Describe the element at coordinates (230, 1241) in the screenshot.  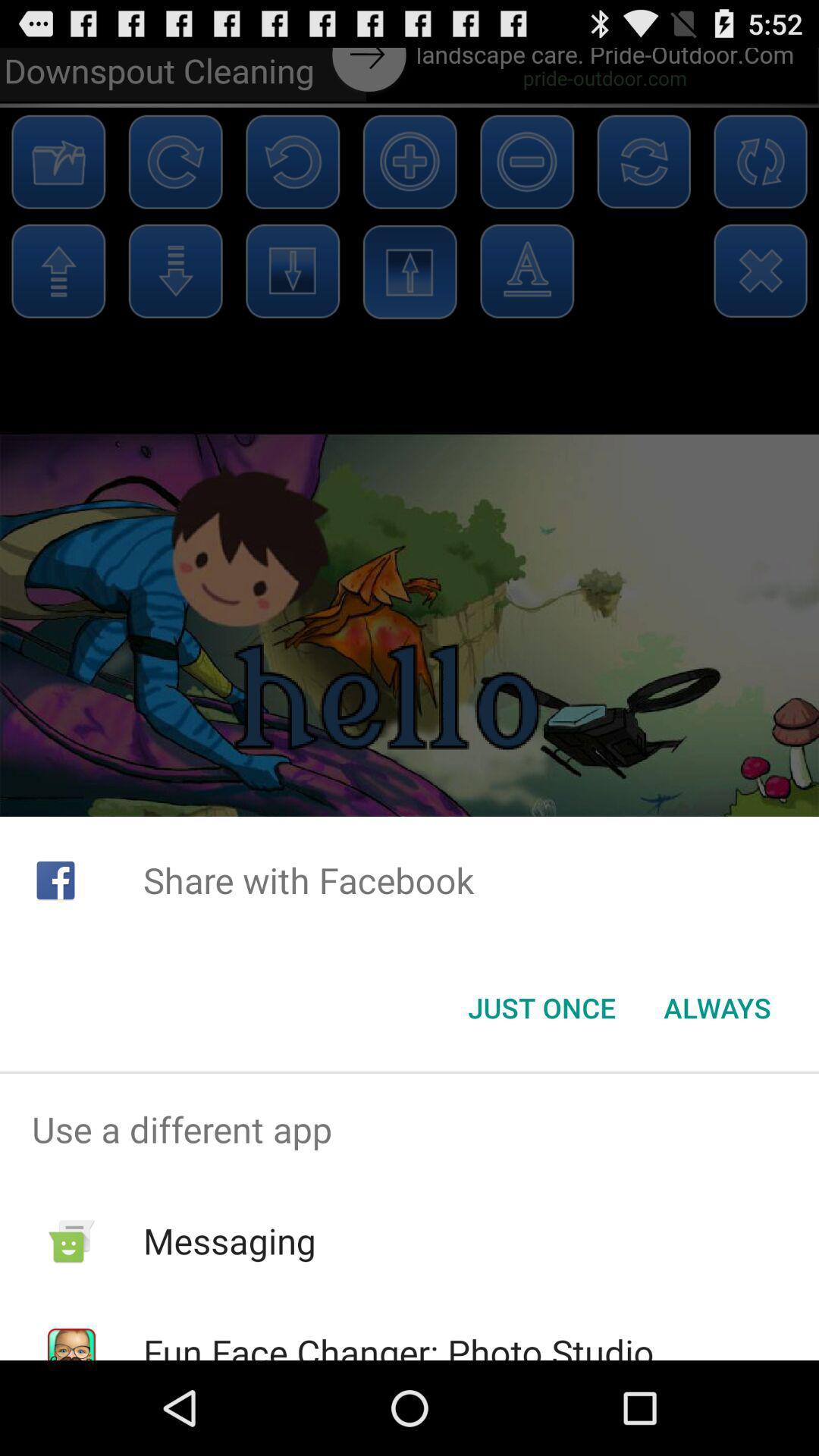
I see `the messaging app` at that location.